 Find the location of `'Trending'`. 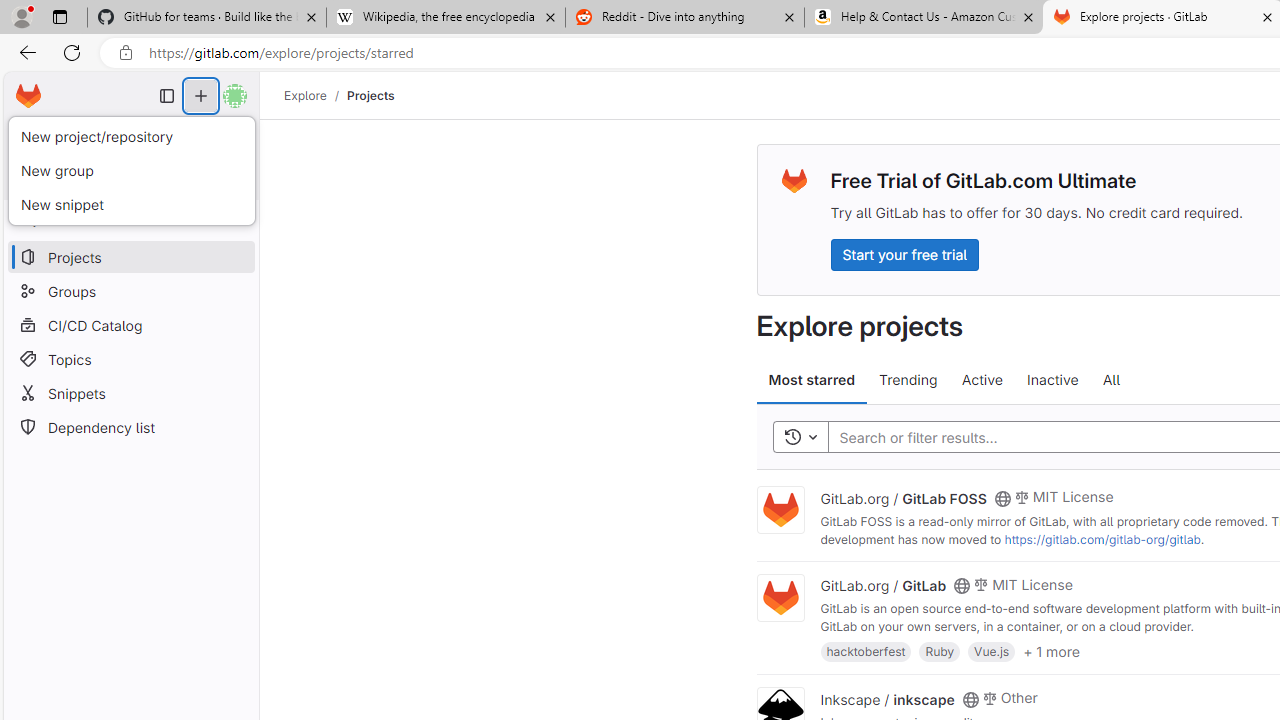

'Trending' is located at coordinates (907, 380).